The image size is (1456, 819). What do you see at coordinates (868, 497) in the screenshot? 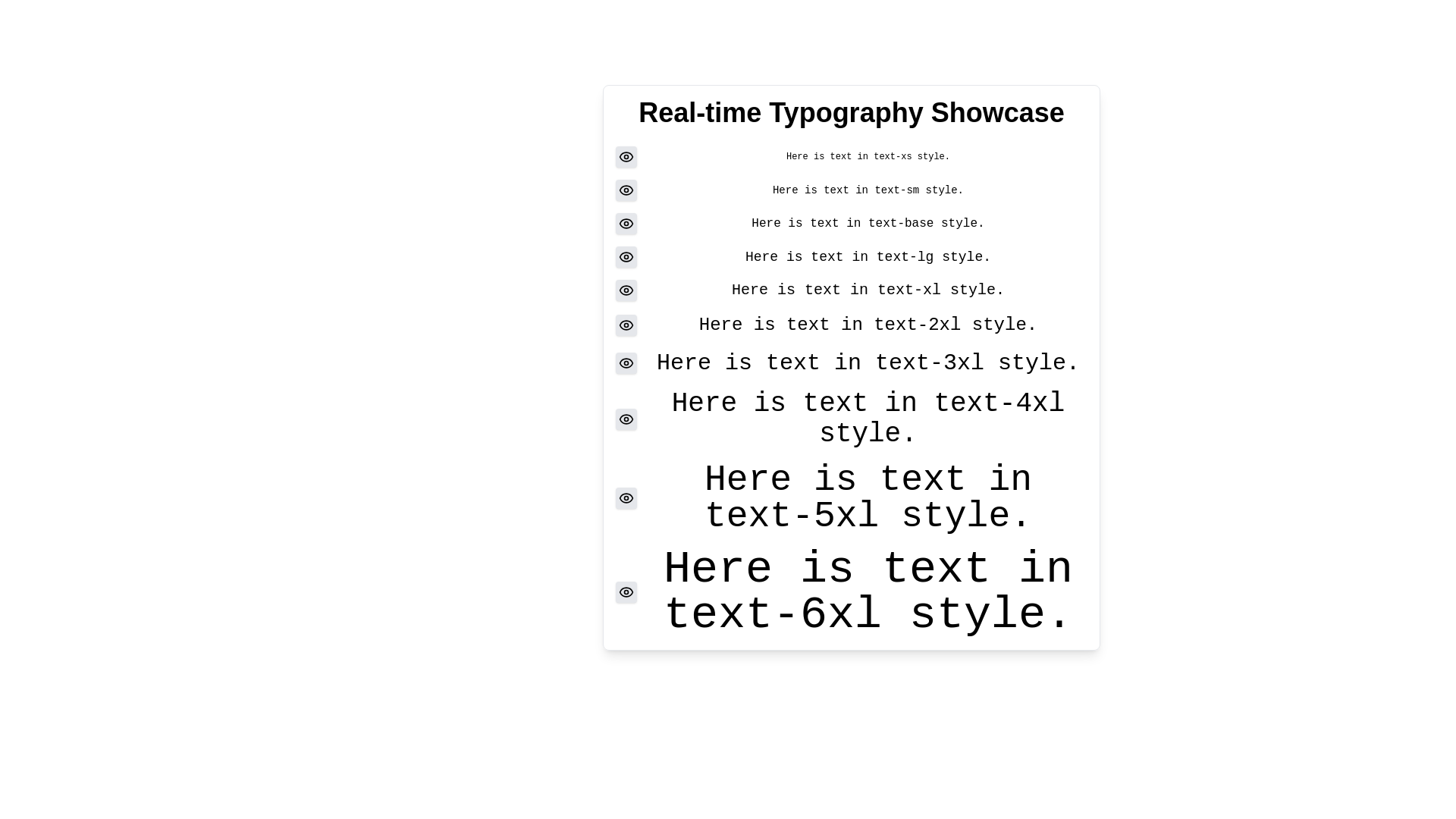
I see `the non-interactive Text Display Element that showcases styled text in a large font size, positioned centrally above the text with 'text-6xl' styling` at bounding box center [868, 497].